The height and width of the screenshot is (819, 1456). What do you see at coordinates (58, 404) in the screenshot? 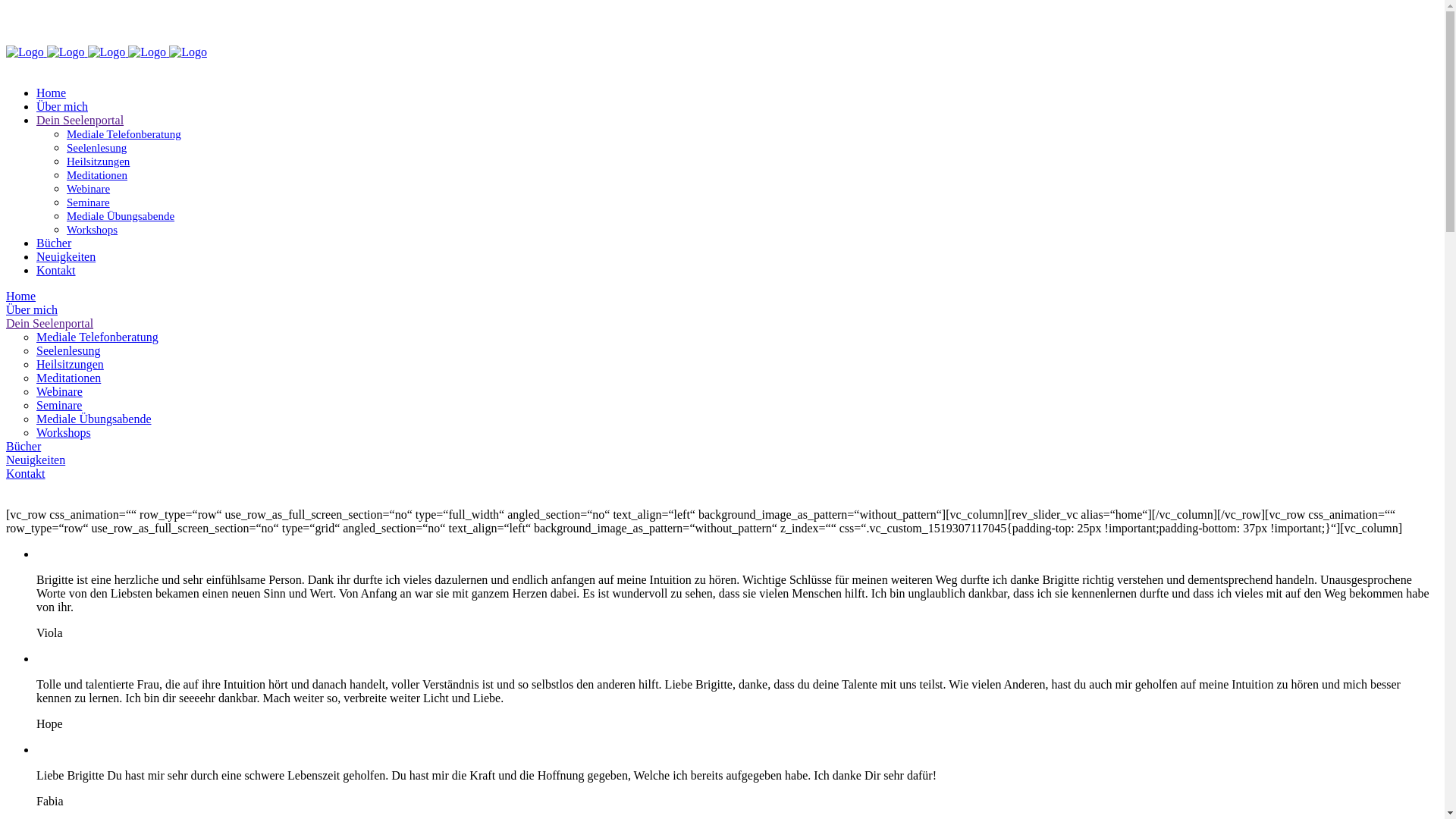
I see `'Seminare'` at bounding box center [58, 404].